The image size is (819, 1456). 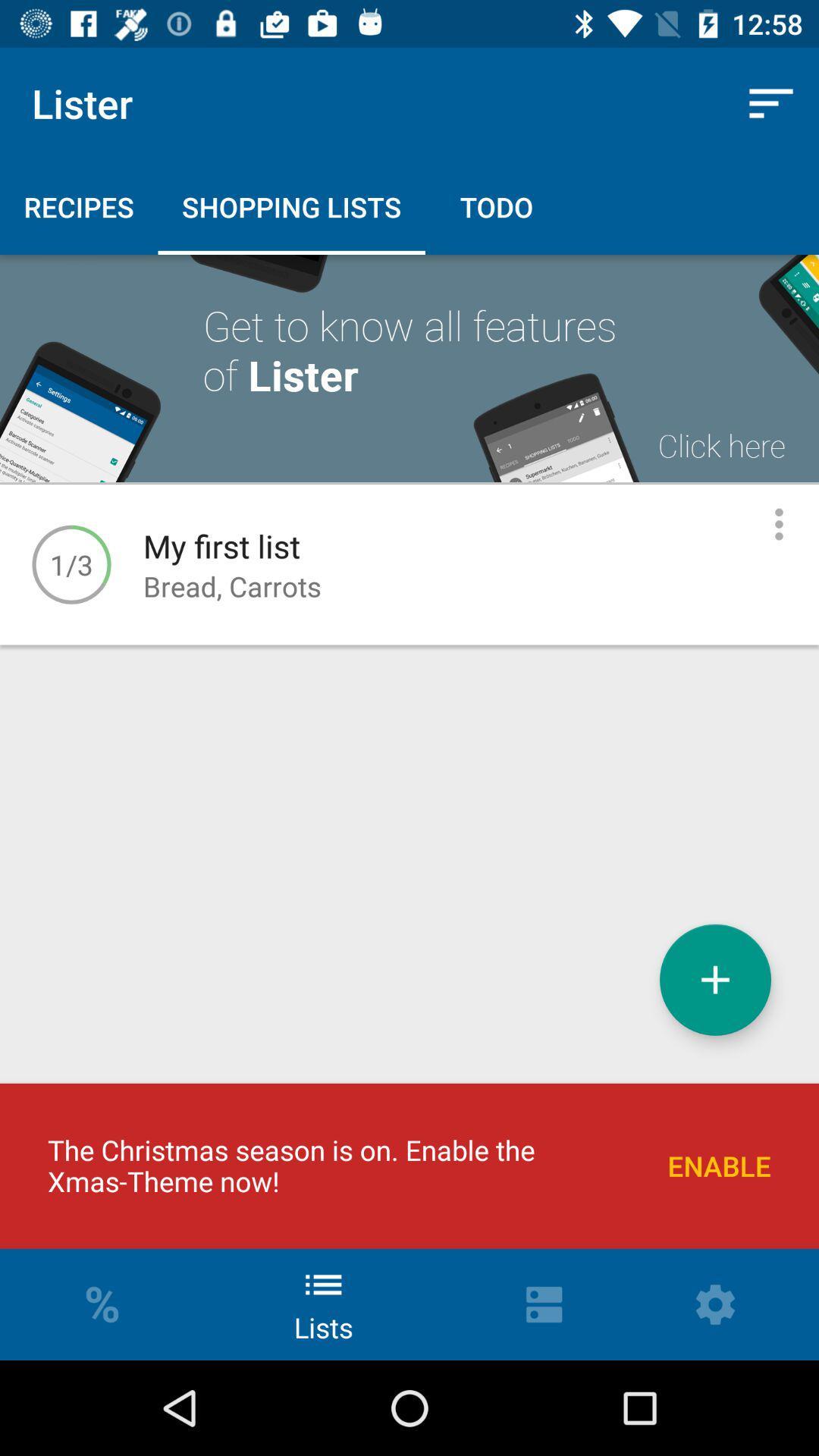 What do you see at coordinates (779, 524) in the screenshot?
I see `more options` at bounding box center [779, 524].